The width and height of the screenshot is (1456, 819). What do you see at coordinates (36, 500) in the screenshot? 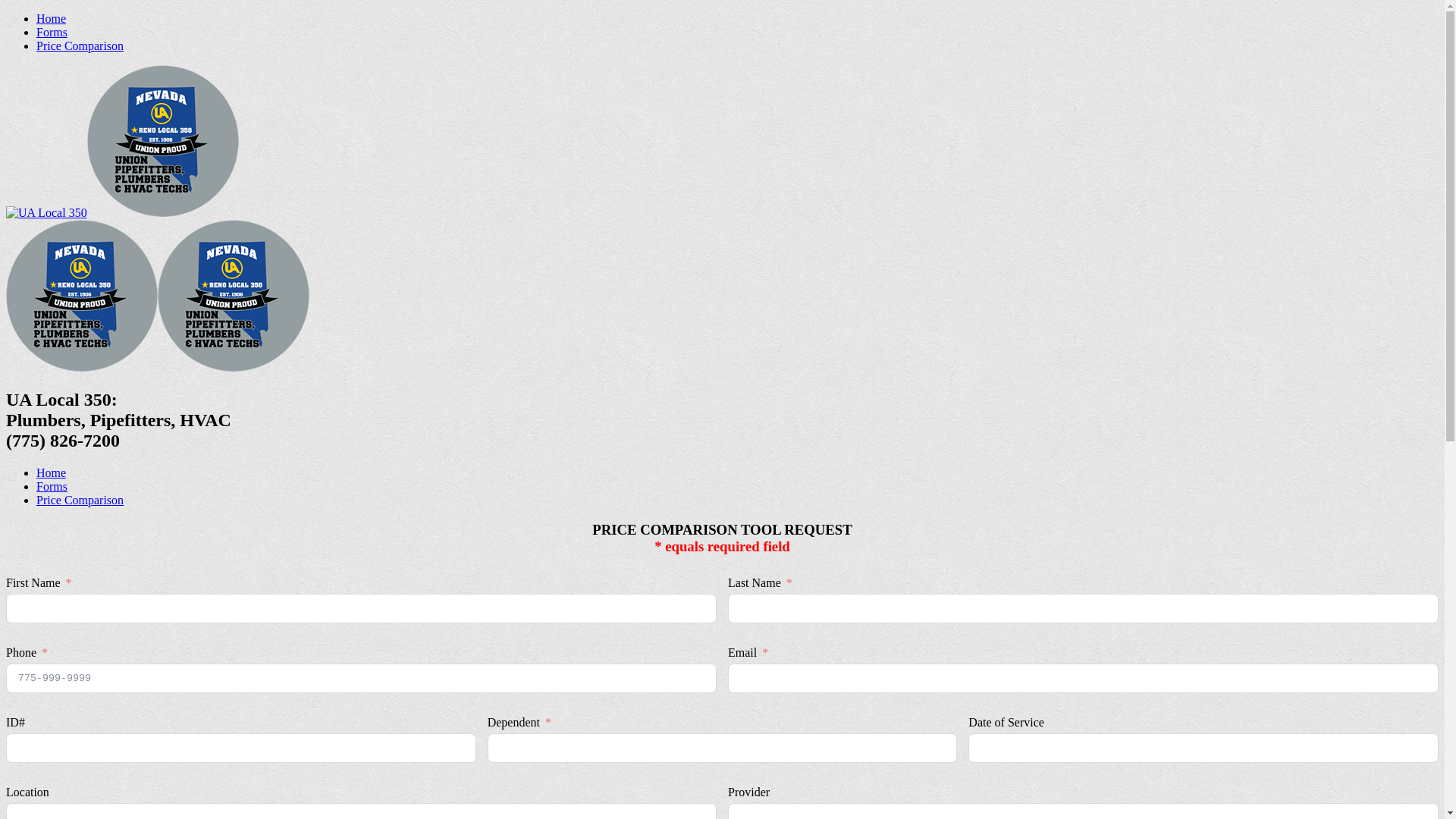
I see `'Price Comparison'` at bounding box center [36, 500].